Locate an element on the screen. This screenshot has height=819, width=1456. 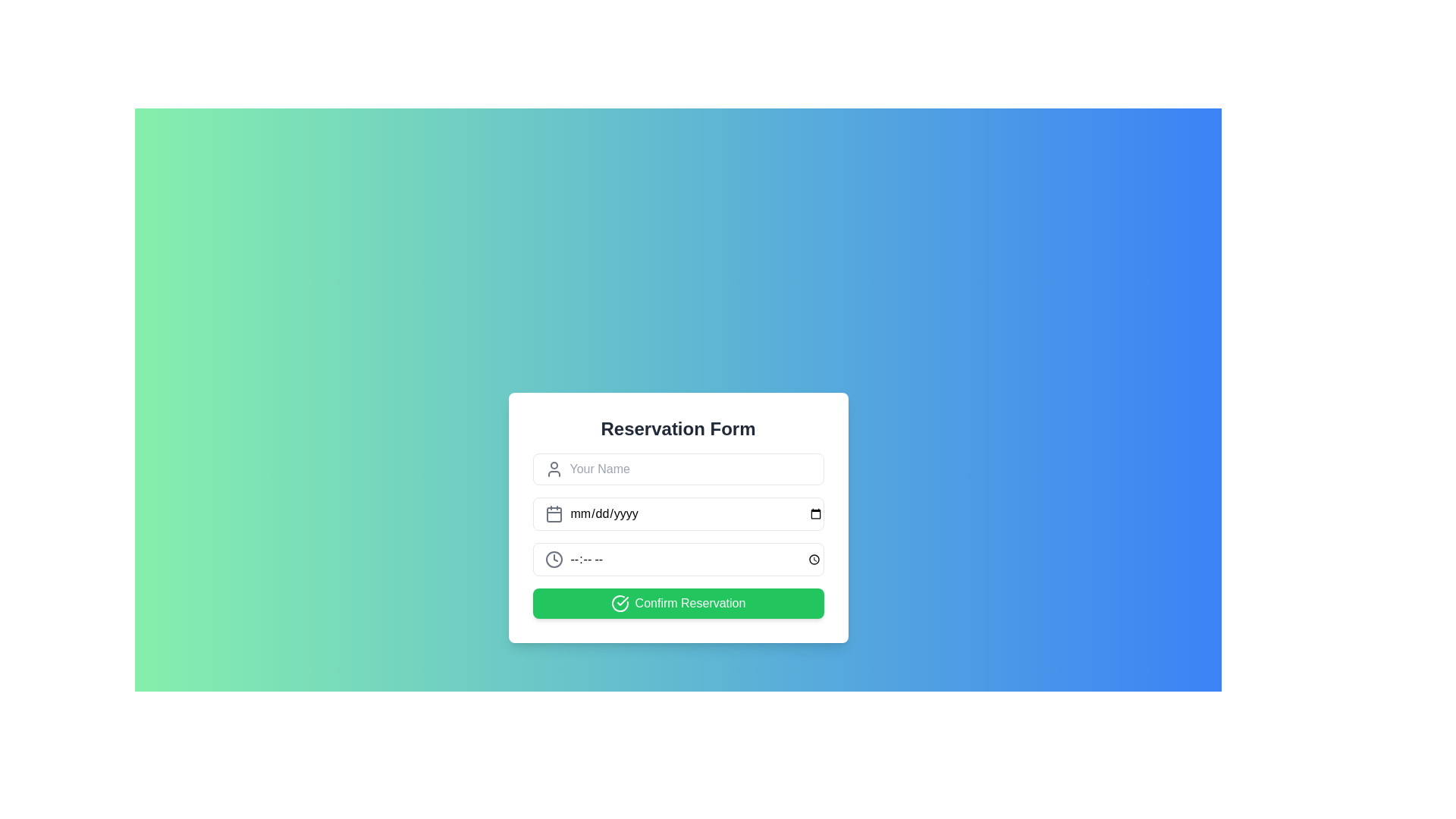
the decorative SVG Icon that indicates the adjacent text input field for entering a user's name is located at coordinates (553, 468).